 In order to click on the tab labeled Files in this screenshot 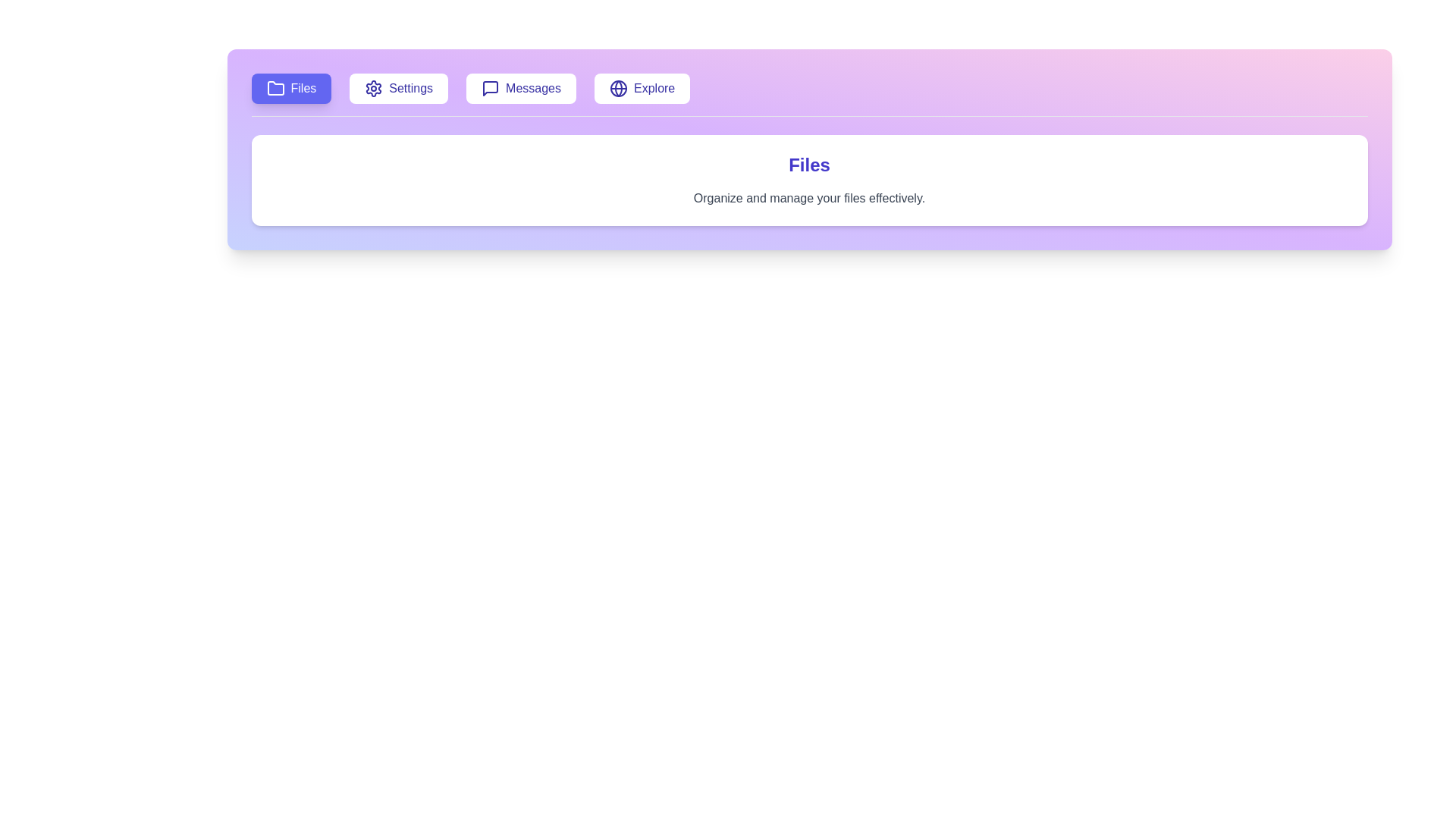, I will do `click(291, 88)`.